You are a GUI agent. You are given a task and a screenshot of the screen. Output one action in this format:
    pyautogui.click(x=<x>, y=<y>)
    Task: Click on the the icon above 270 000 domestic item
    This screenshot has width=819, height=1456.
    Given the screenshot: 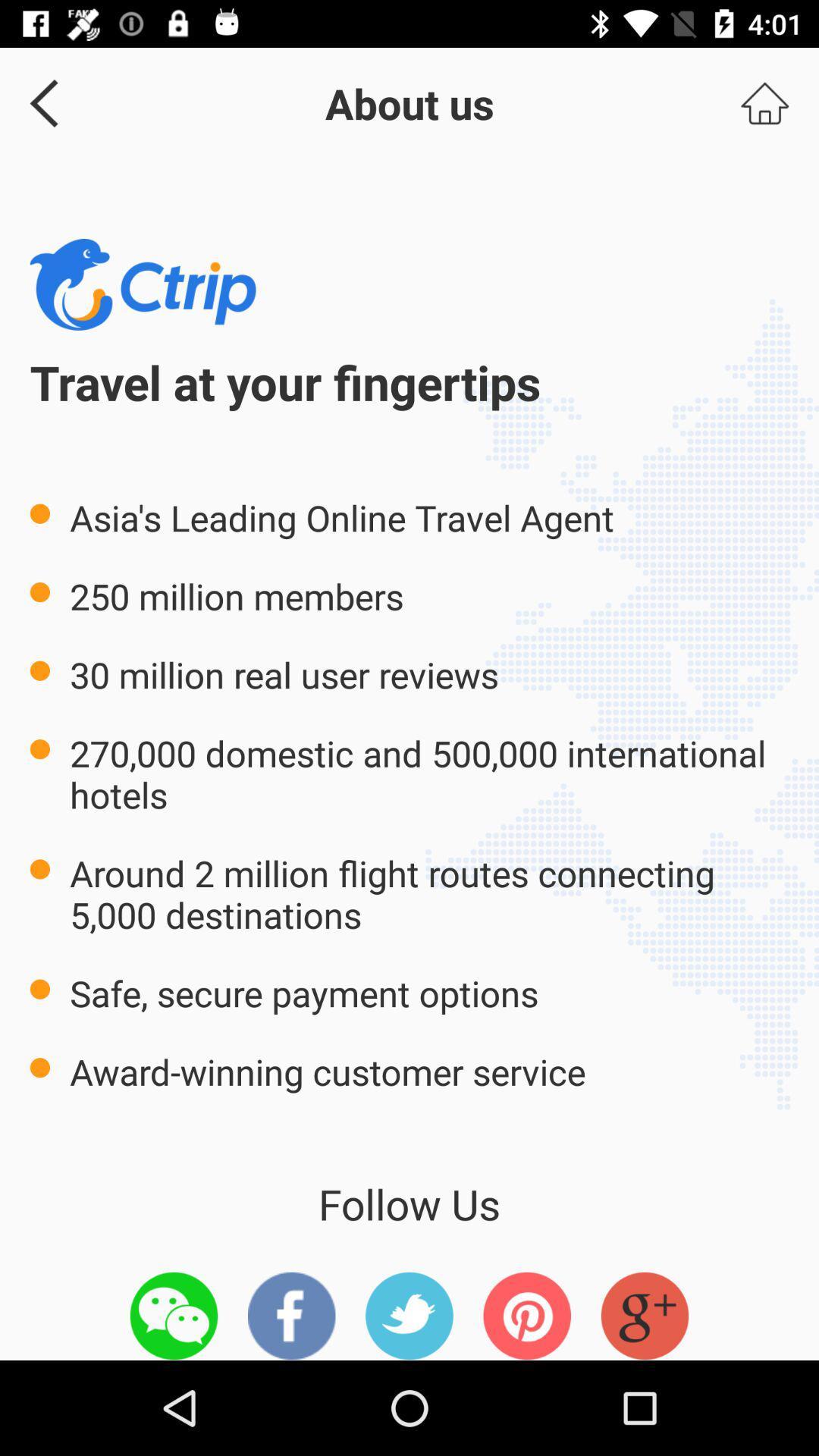 What is the action you would take?
    pyautogui.click(x=764, y=102)
    